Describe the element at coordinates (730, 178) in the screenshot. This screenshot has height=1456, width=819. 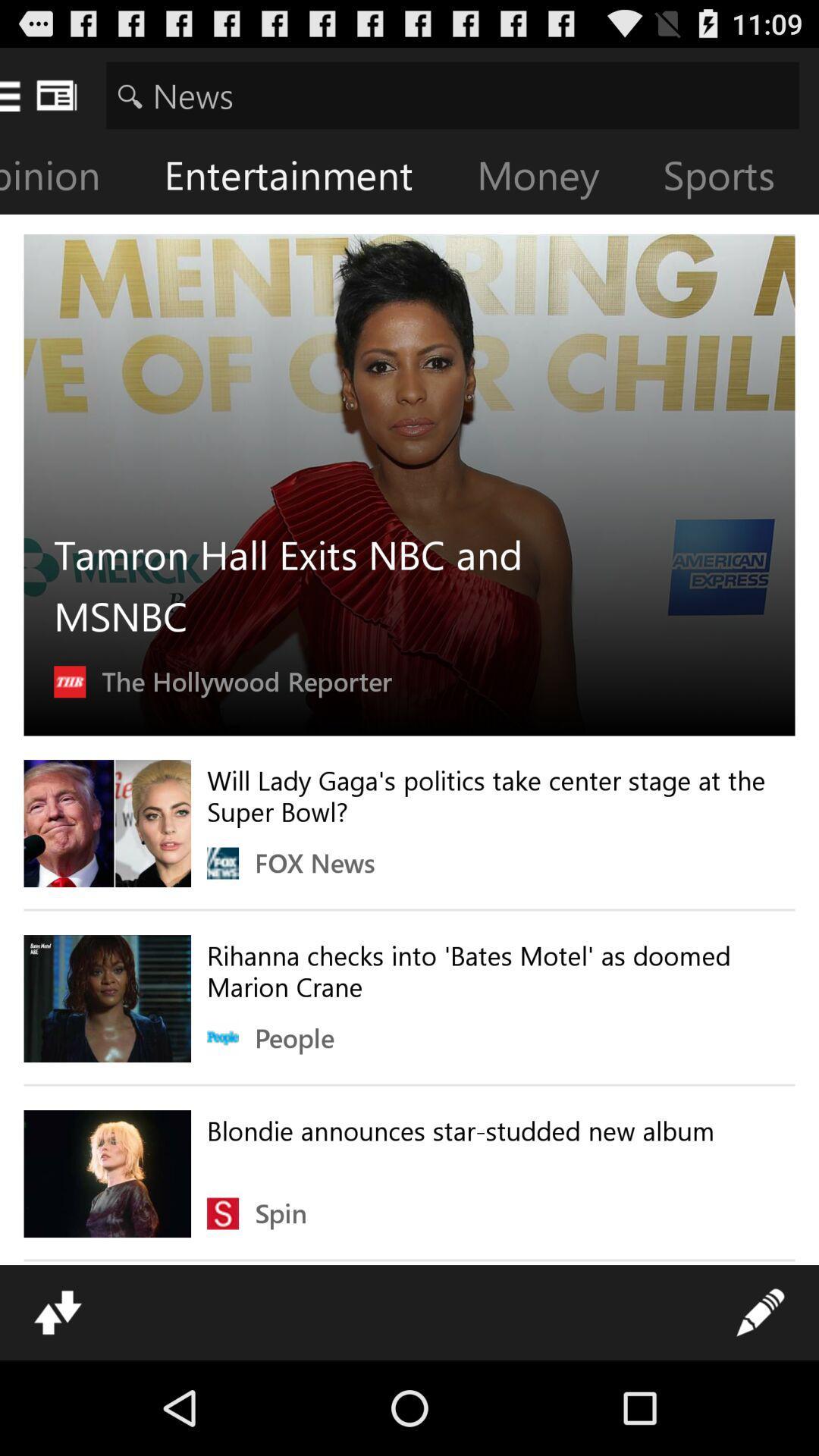
I see `icon to the right of the money item` at that location.